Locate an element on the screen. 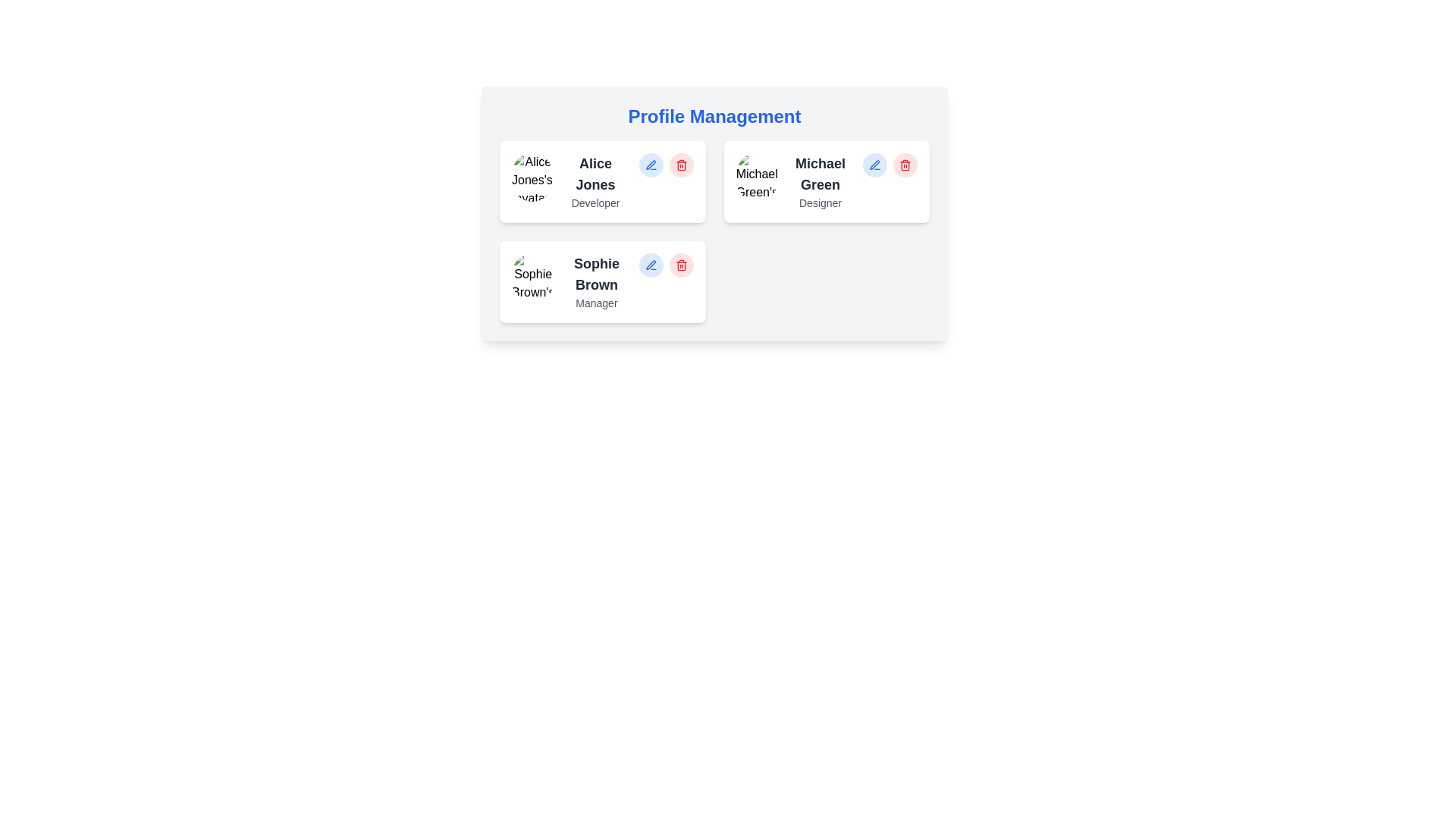  the rounded profile image of 'Michael Green', which is located in the top right corner of the profile grid layout, adjacent to his name and title is located at coordinates (757, 177).